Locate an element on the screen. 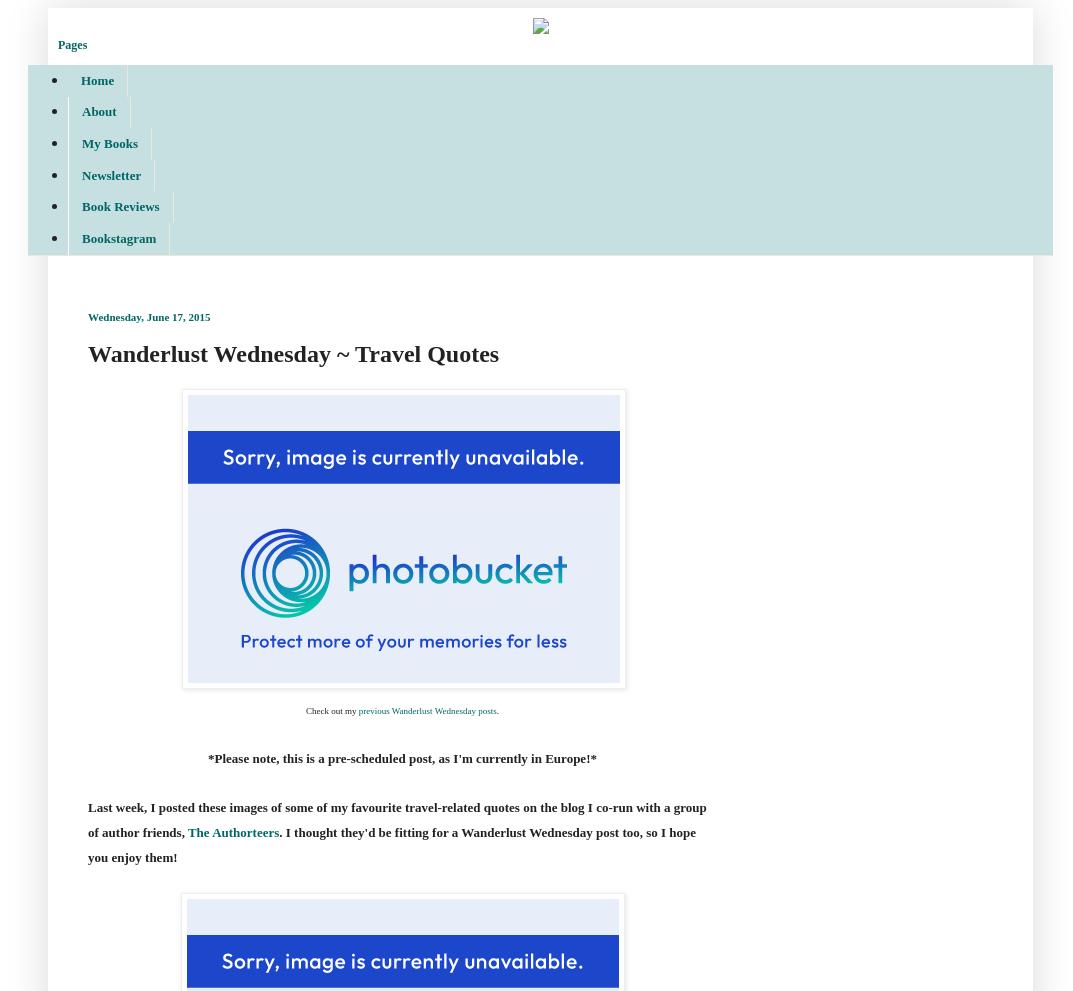 This screenshot has height=991, width=1073. 'Home' is located at coordinates (97, 79).